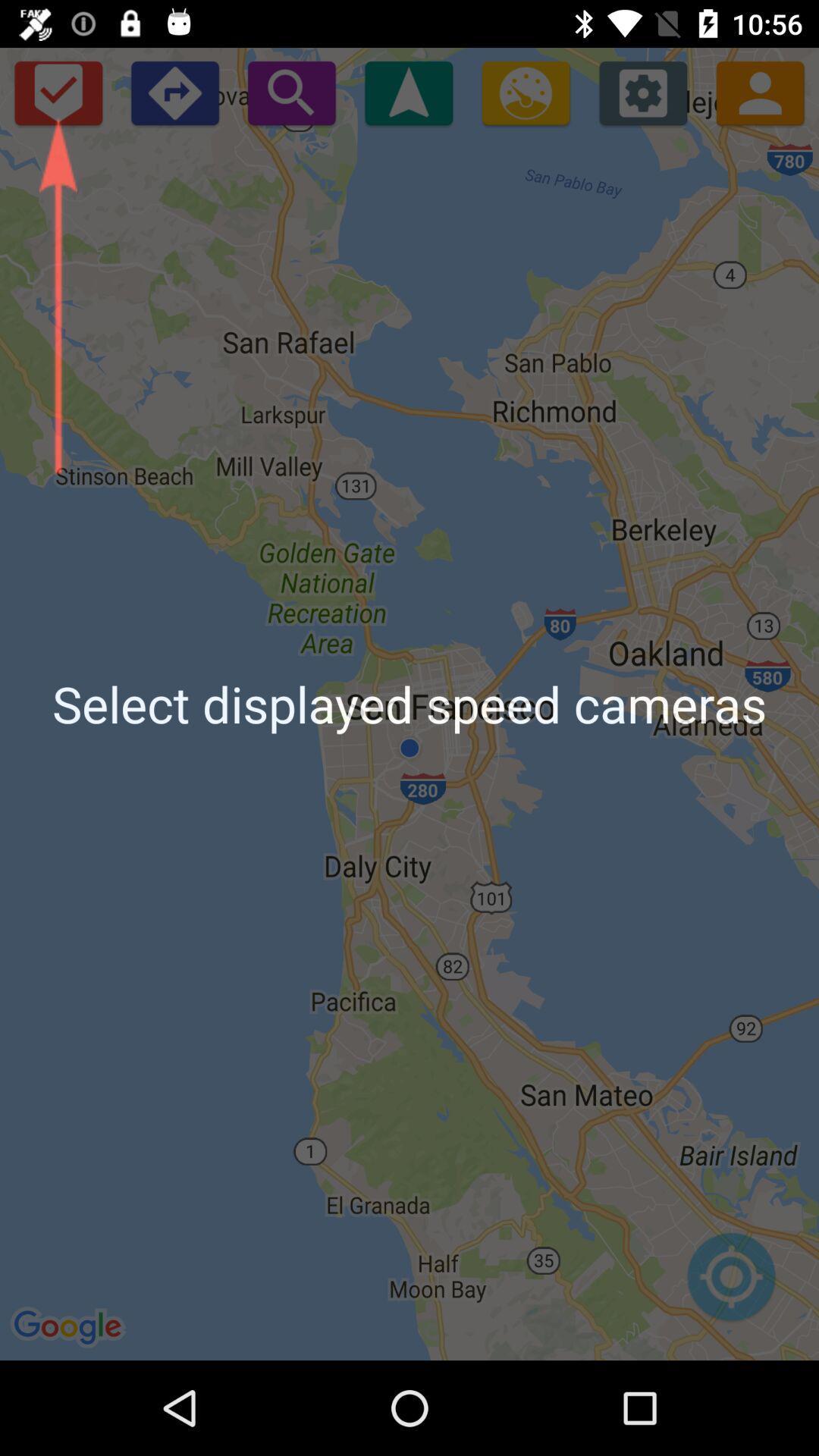 The image size is (819, 1456). I want to click on icon above select displayed speed, so click(408, 92).